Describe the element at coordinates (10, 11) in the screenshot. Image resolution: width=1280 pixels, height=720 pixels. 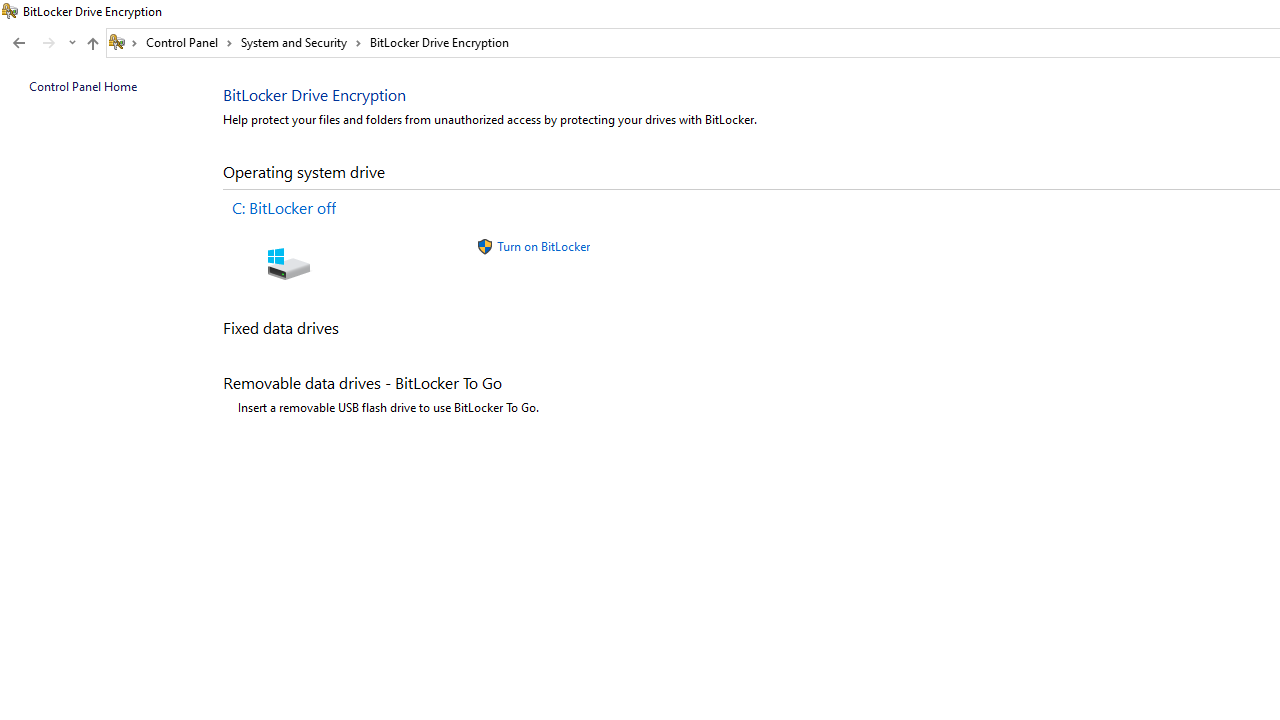
I see `'System'` at that location.